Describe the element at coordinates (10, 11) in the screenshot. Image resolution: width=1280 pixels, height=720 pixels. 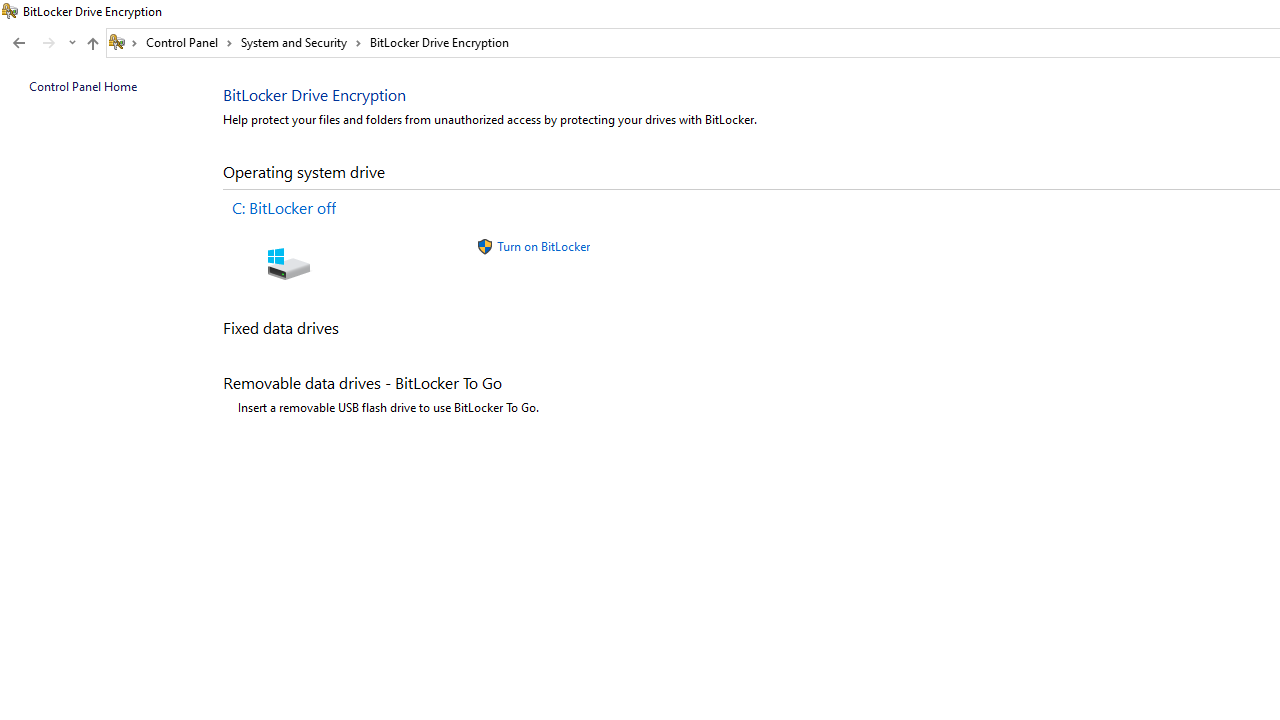
I see `'System'` at that location.